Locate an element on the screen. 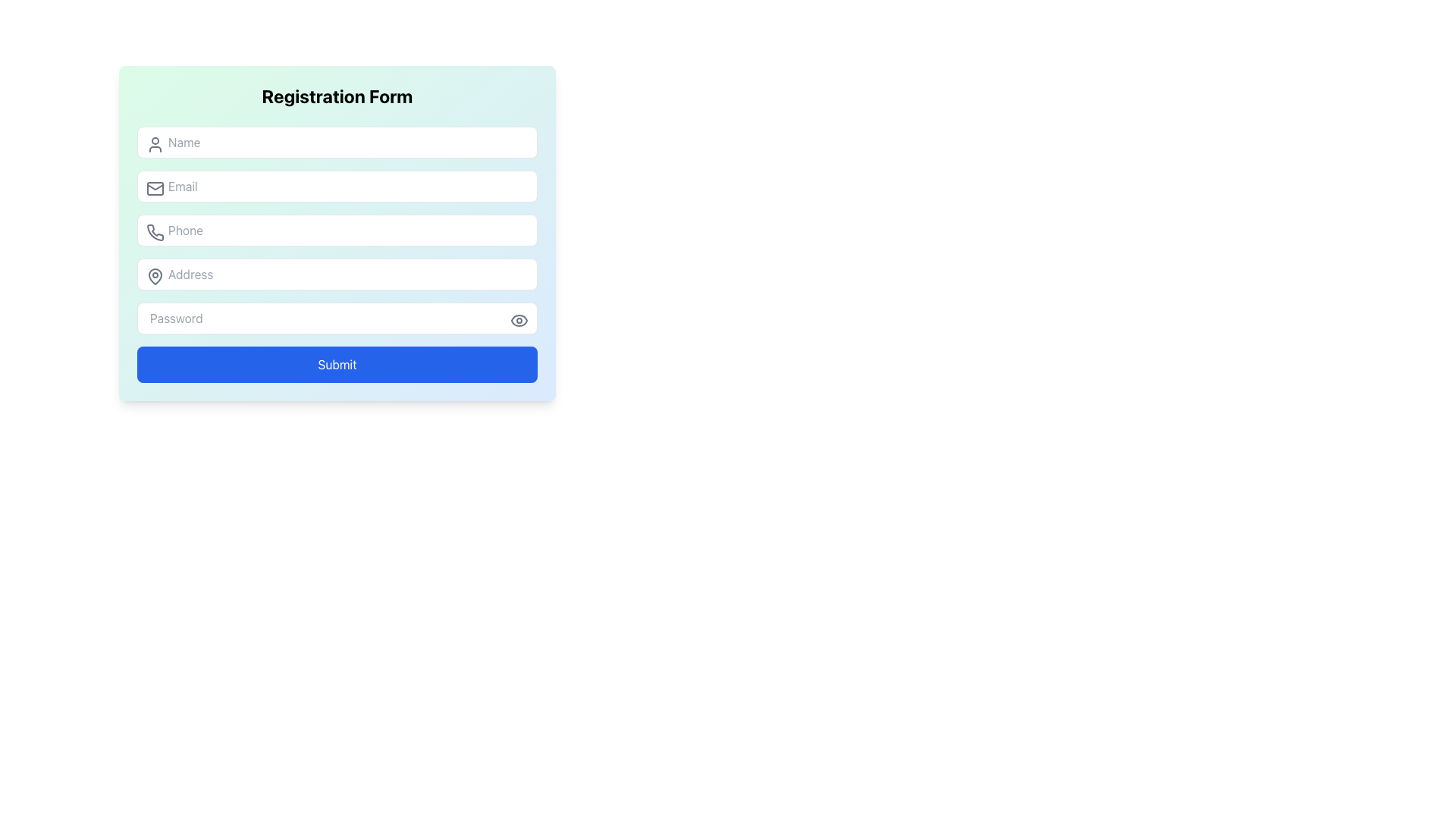 This screenshot has width=1456, height=819. the eye-shaped icon element located on the right side of the password input field is located at coordinates (519, 320).